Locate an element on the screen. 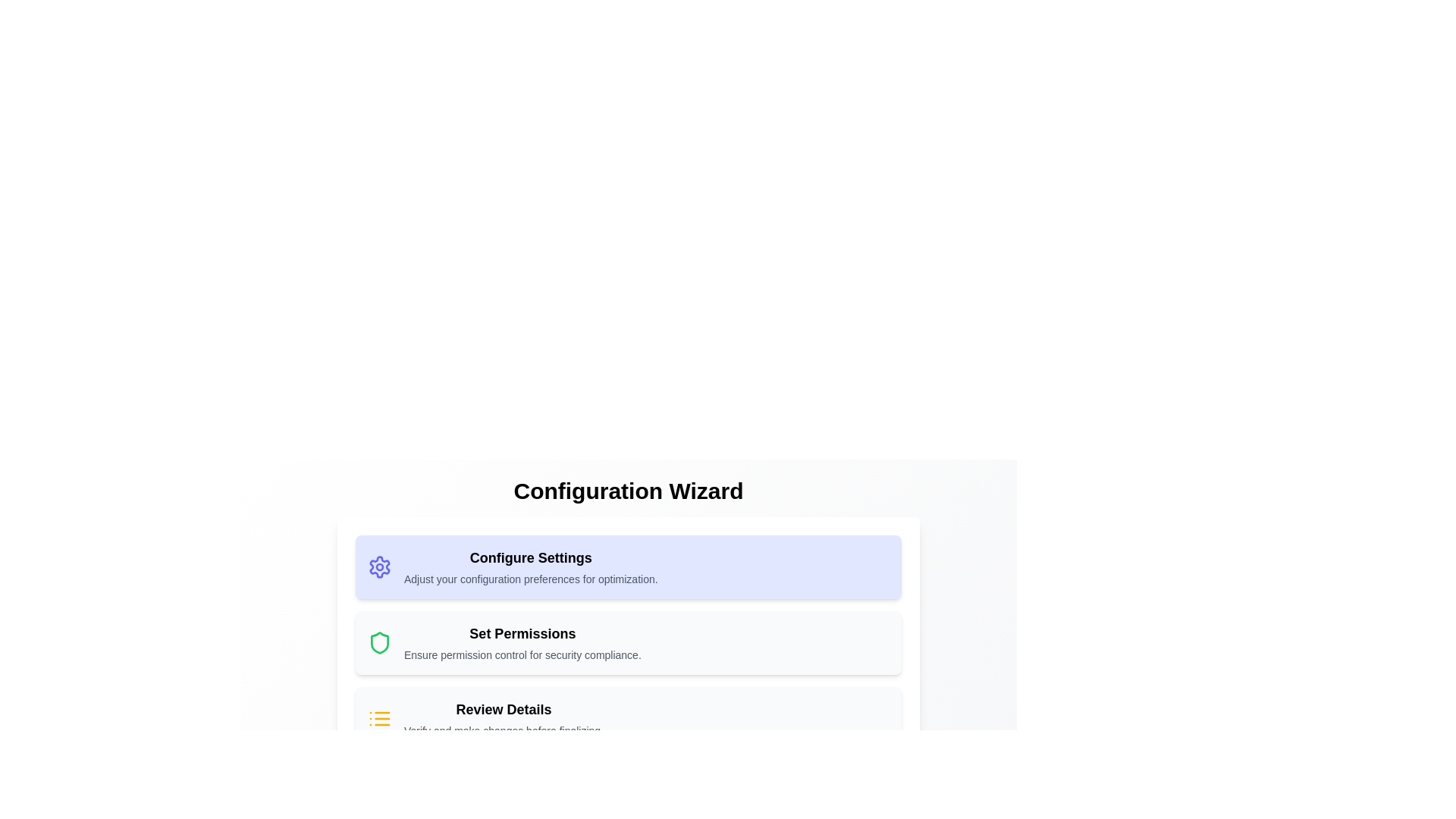 The height and width of the screenshot is (819, 1456). the green shield icon located in the second row of the main menu options, next to the 'Set Permissions' label for contextual understanding is located at coordinates (379, 643).